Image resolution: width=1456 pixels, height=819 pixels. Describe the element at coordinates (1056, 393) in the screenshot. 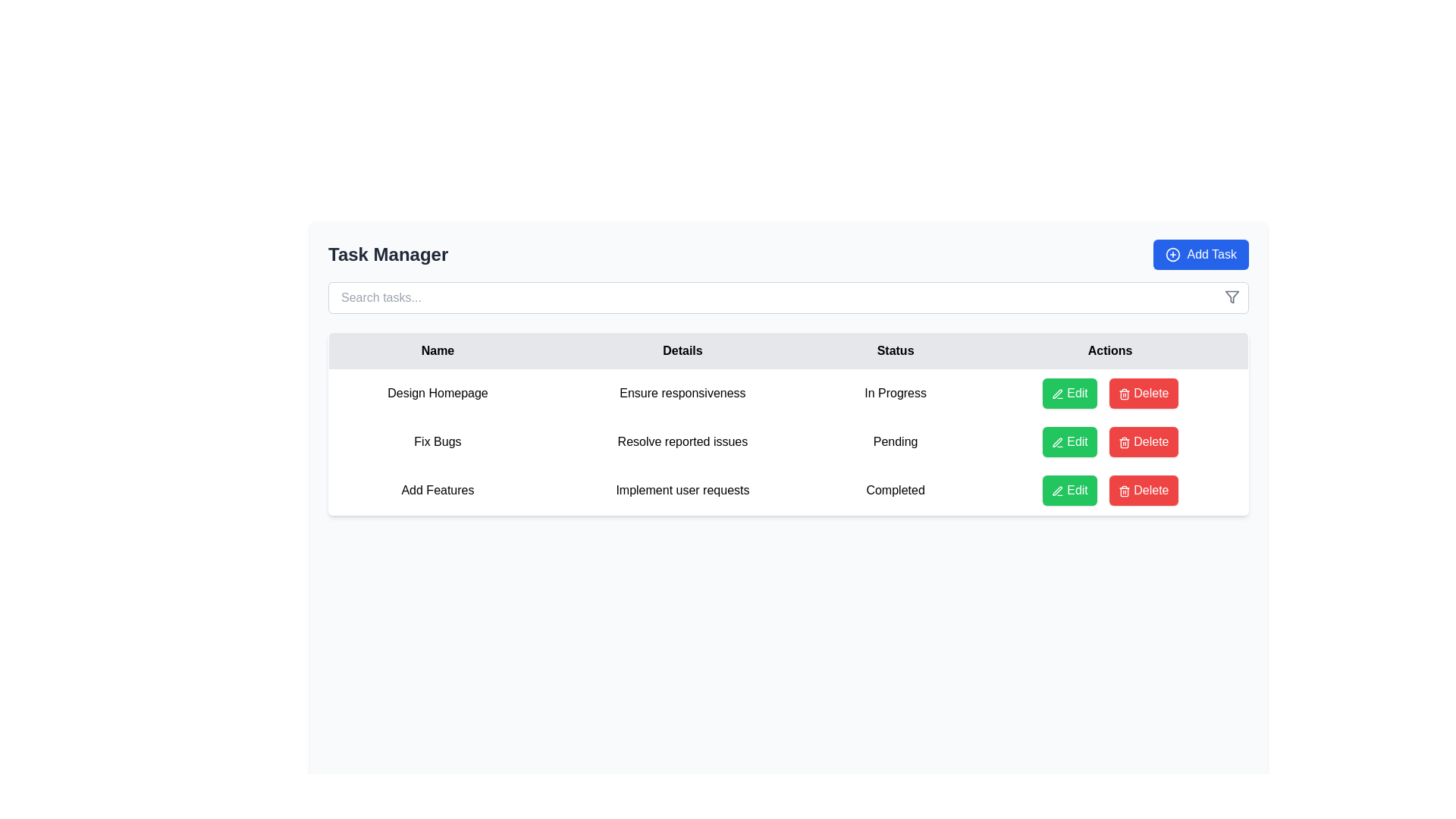

I see `the pen icon within the 'Edit' button located in the 'Actions' column of the first row in the task table to initiate the task editing action` at that location.